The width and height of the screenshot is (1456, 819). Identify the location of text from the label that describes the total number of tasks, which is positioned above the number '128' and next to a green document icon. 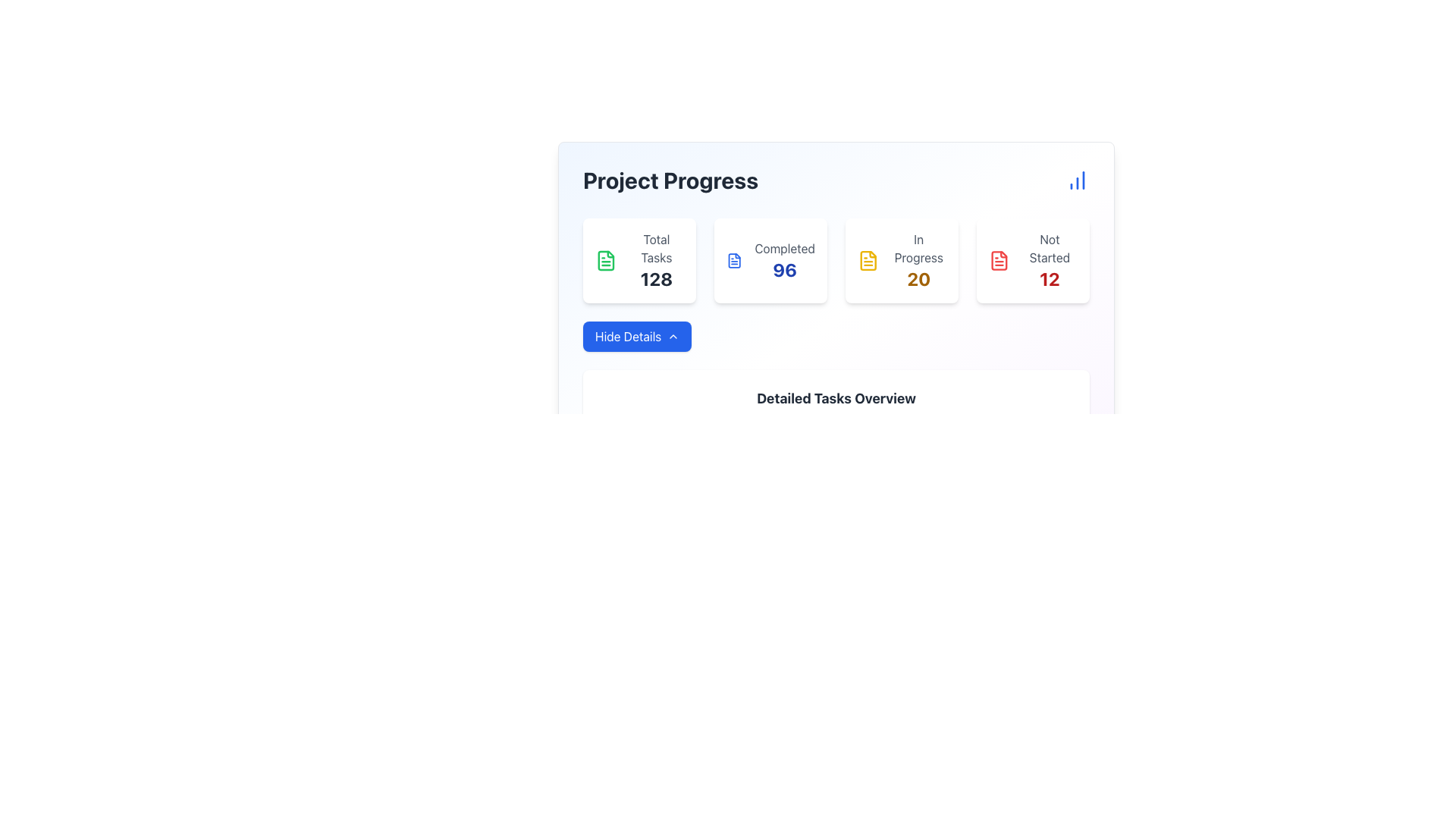
(656, 247).